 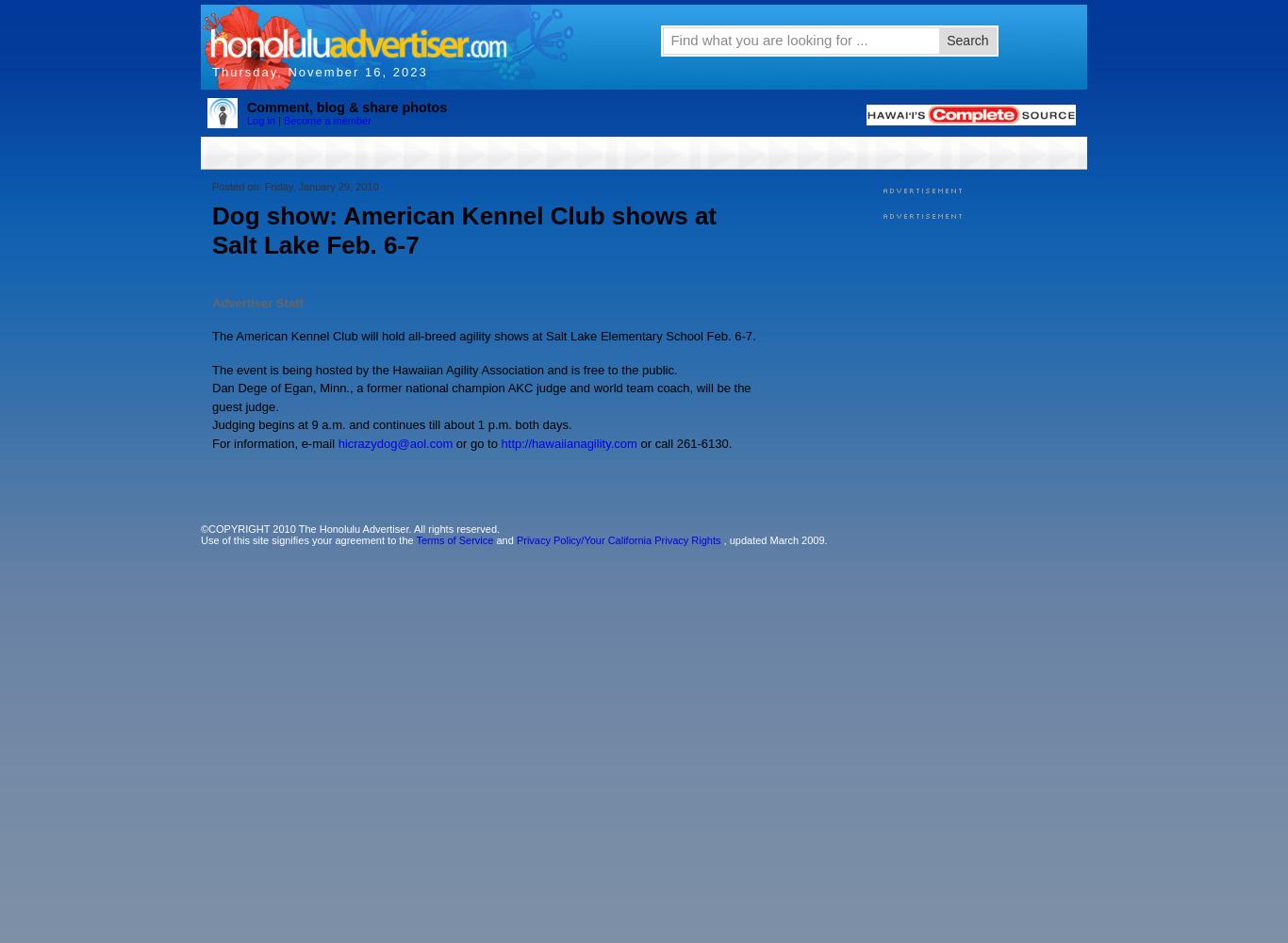 What do you see at coordinates (210, 369) in the screenshot?
I see `'The event is being hosted by the Hawaiian Agility Association and is free to the public.'` at bounding box center [210, 369].